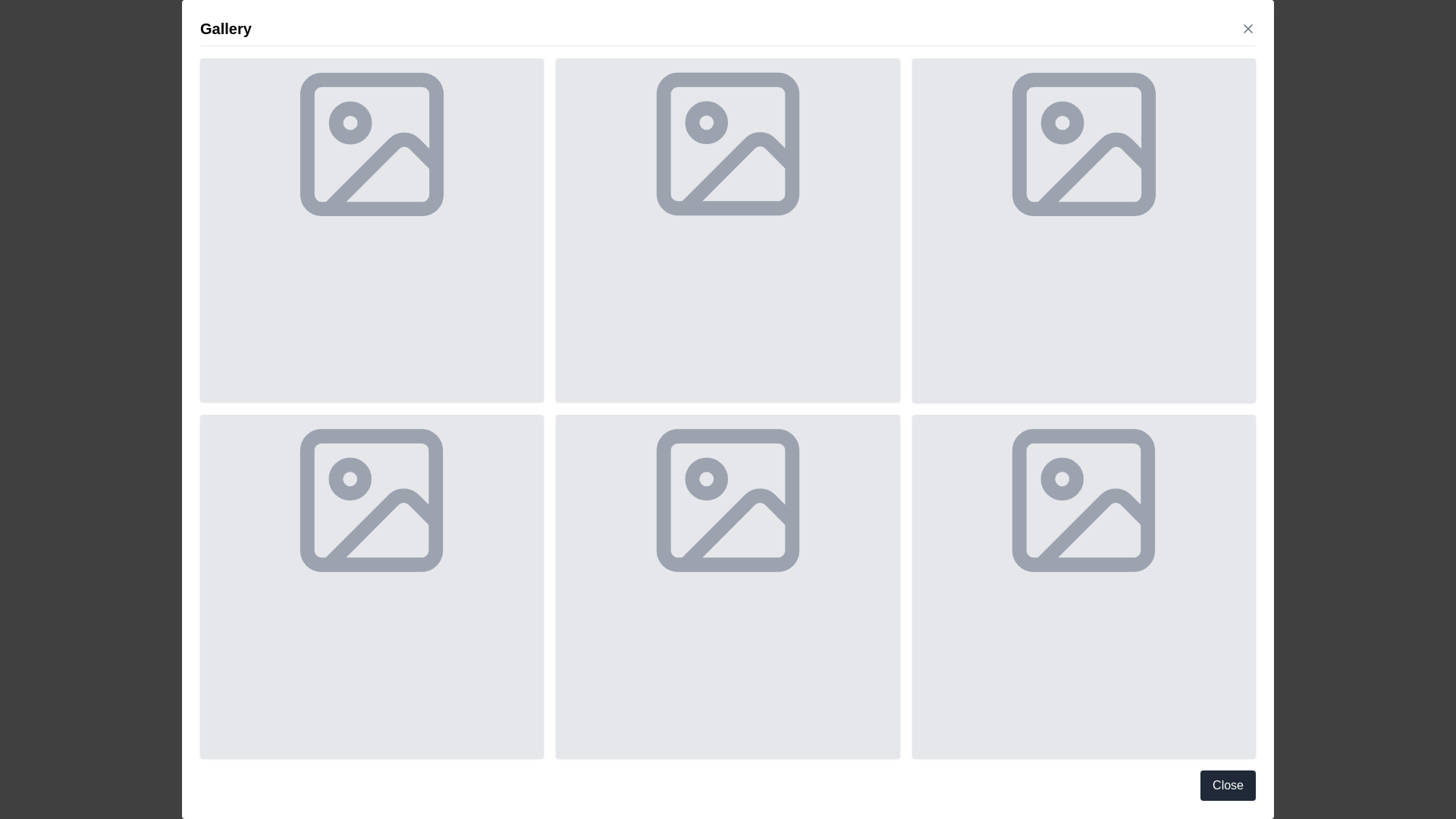 This screenshot has height=819, width=1456. I want to click on the 'X' icon in the top-right corner of the interface, so click(1248, 29).